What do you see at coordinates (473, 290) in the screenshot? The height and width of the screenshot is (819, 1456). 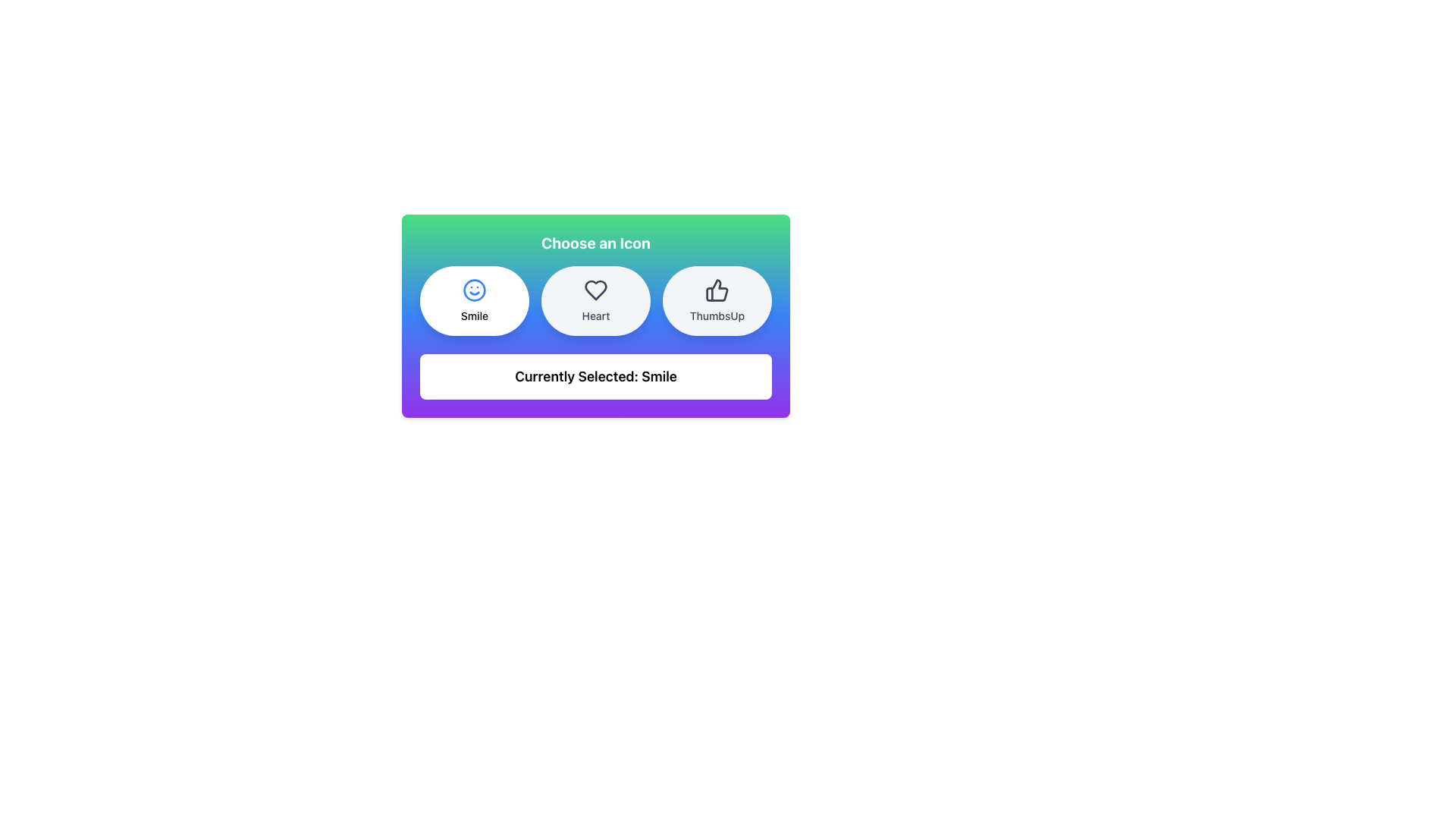 I see `the blue smiley face icon` at bounding box center [473, 290].